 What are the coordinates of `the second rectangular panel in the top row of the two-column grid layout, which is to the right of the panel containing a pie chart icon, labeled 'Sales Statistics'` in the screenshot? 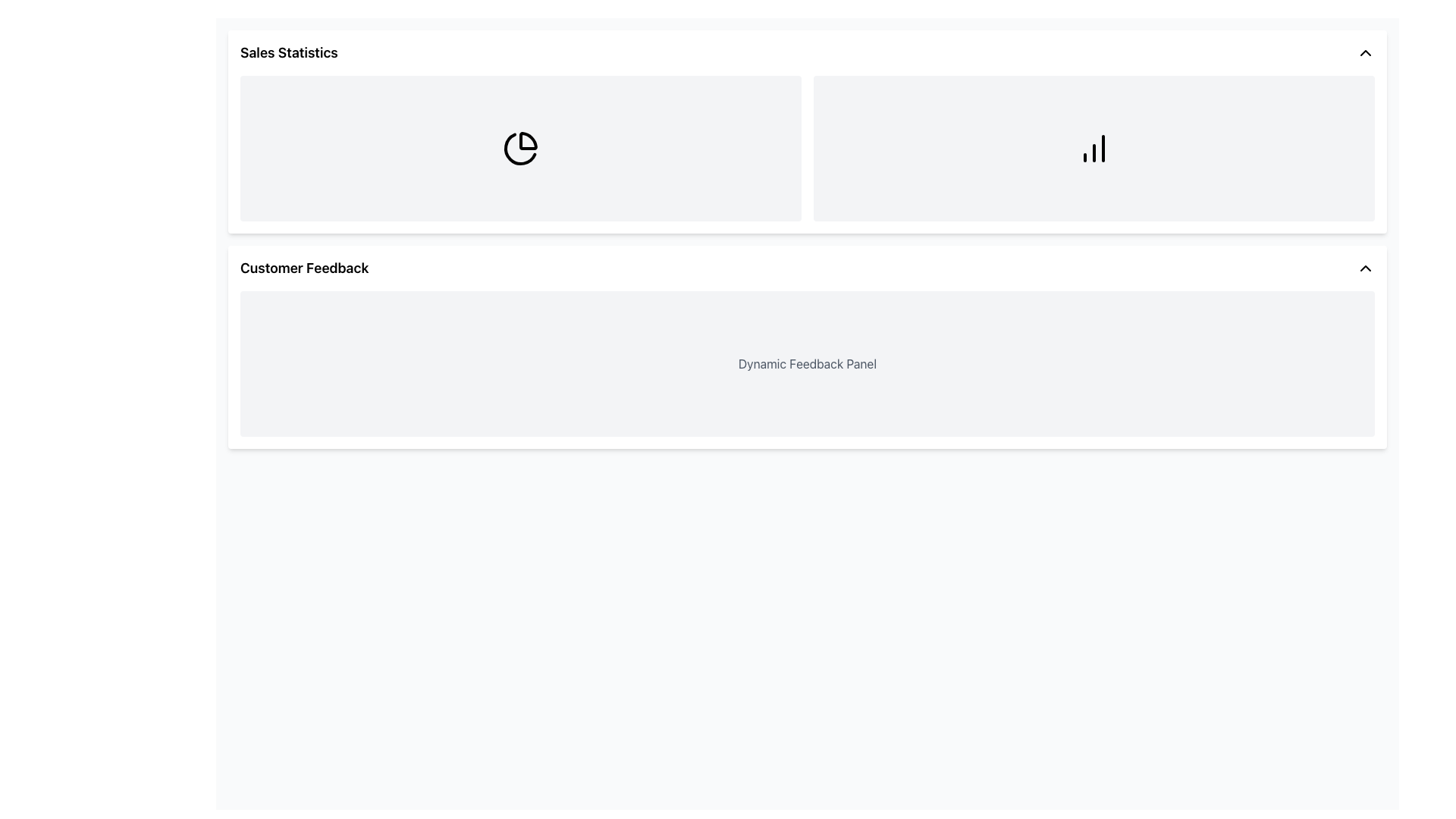 It's located at (1094, 149).